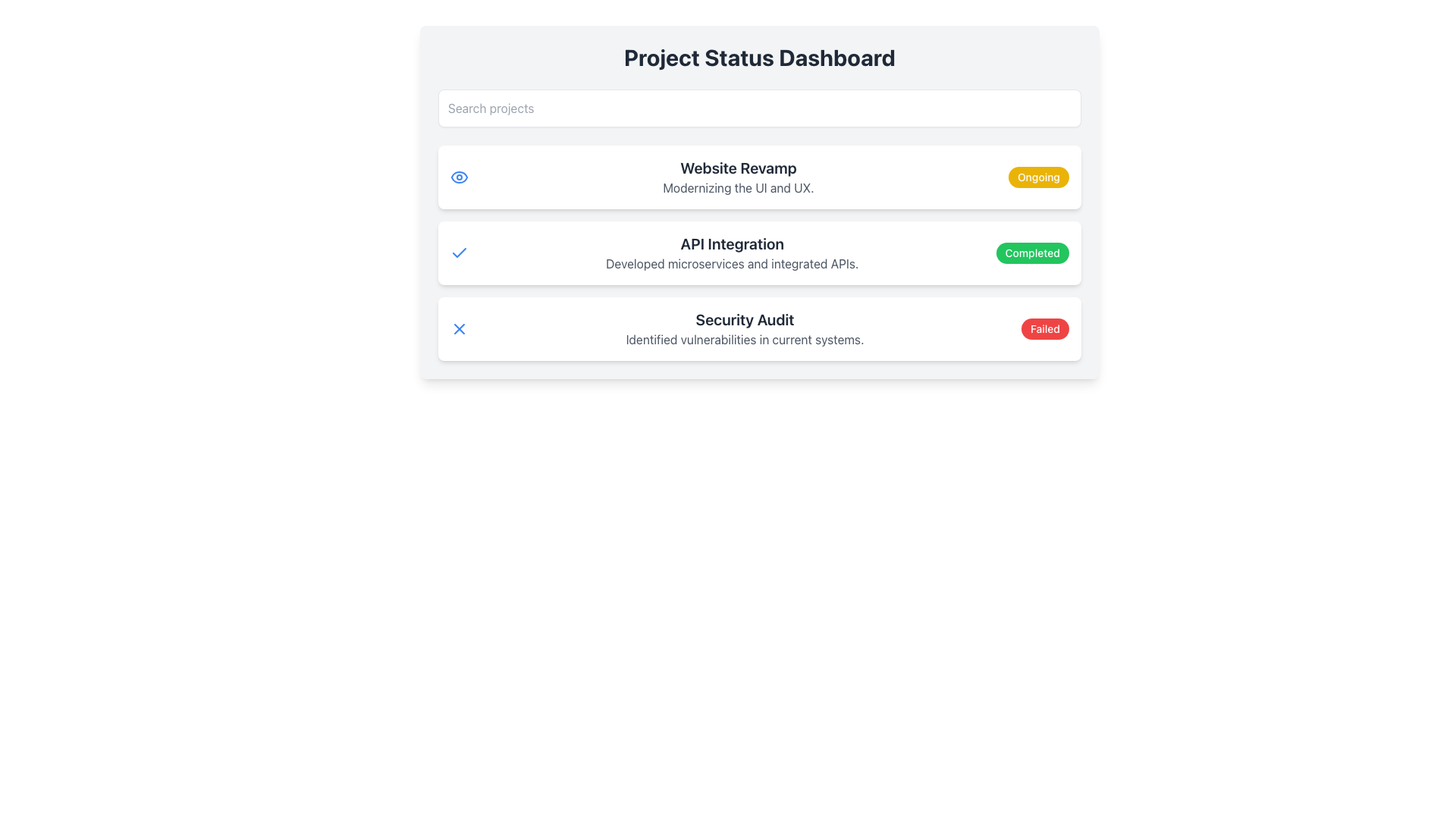 The height and width of the screenshot is (819, 1456). I want to click on the 'Website Revamp' text label, which is a prominent title element displayed in bold, black font at the top-center of the section, so click(739, 168).